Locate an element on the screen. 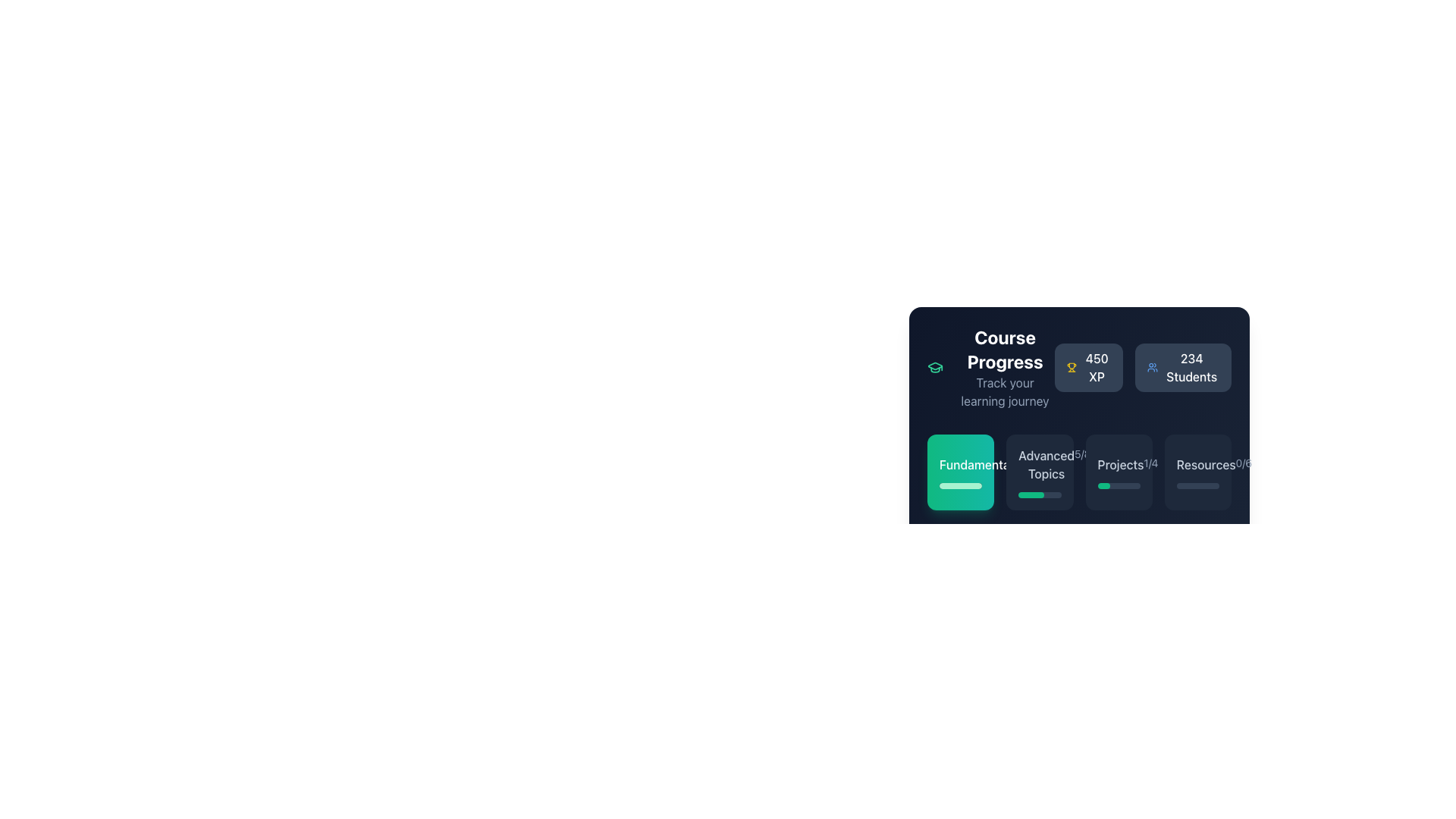 Image resolution: width=1456 pixels, height=819 pixels. the text label displaying '0/6', which is slate-gray and positioned to the right of the 'Resources' label, indicating a numerical progress indicator is located at coordinates (1244, 462).